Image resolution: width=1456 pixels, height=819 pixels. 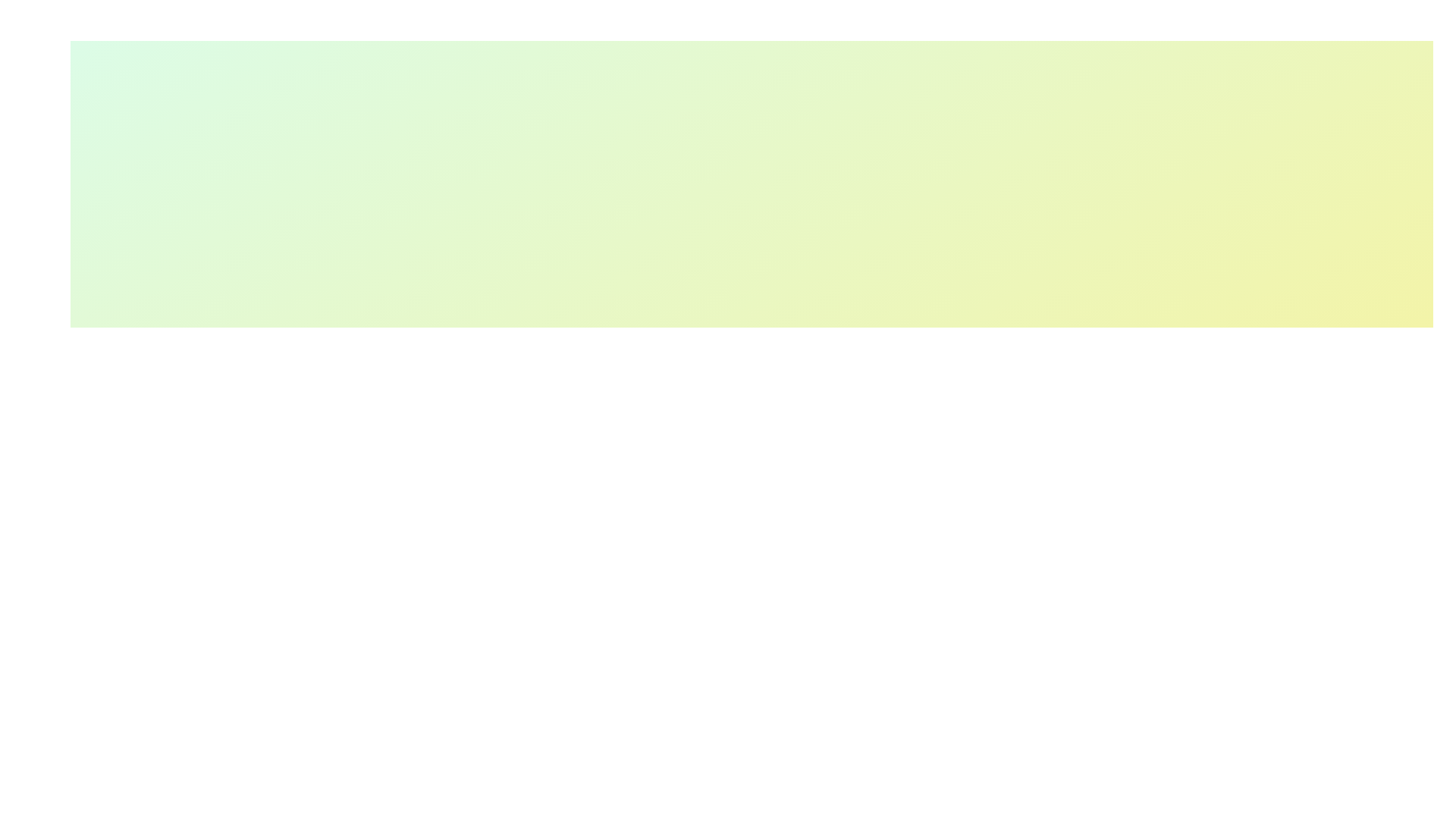 I want to click on toggle button to expand or collapse the feature panel, so click(x=896, y=394).